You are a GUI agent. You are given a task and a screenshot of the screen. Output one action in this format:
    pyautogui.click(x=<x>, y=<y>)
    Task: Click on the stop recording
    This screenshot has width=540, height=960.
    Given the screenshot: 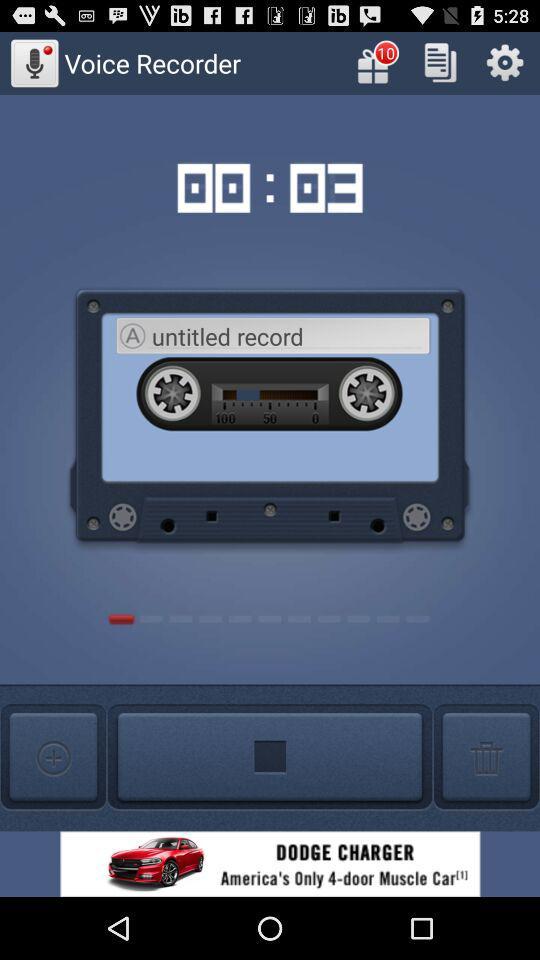 What is the action you would take?
    pyautogui.click(x=270, y=756)
    